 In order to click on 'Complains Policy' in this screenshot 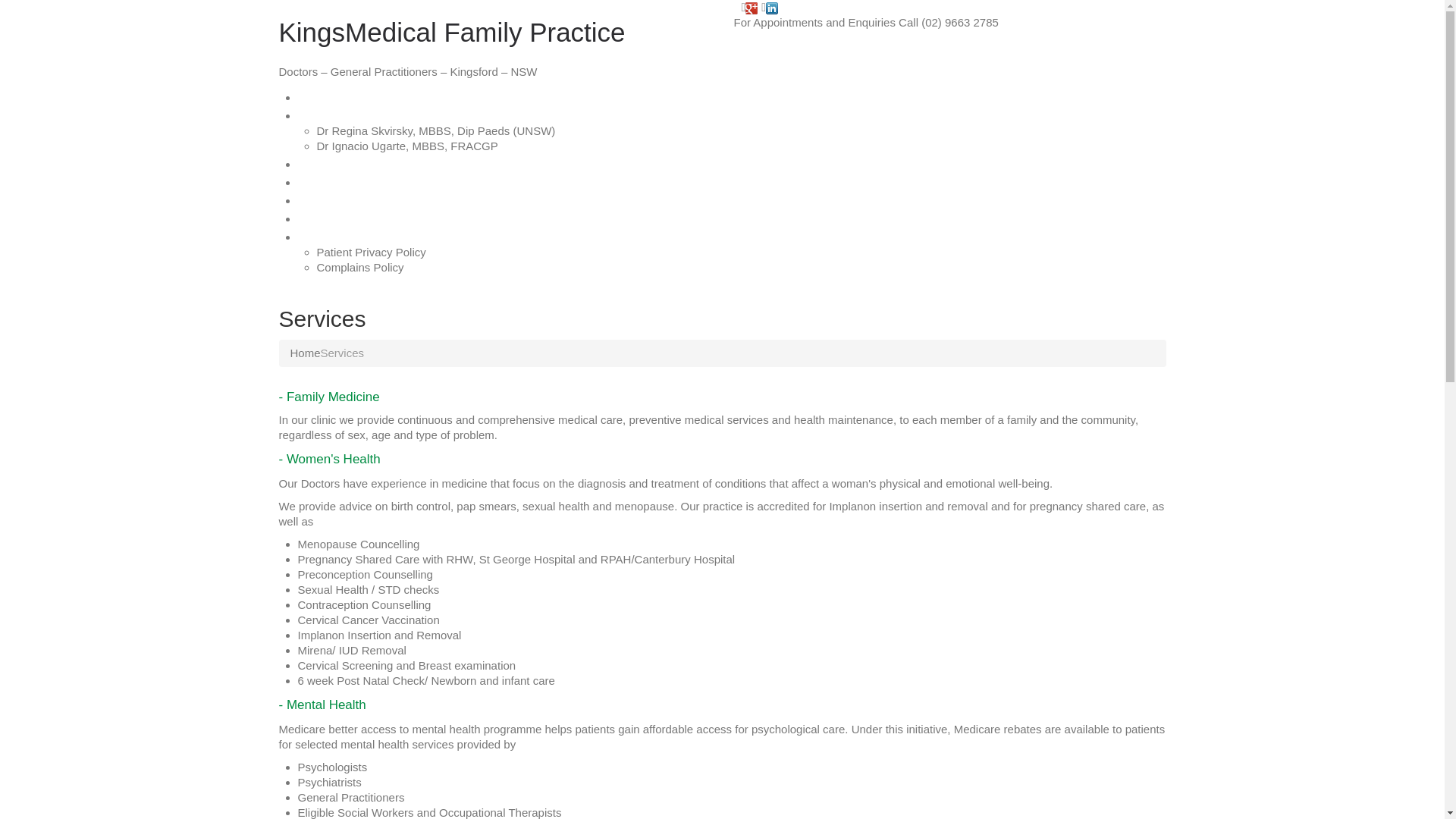, I will do `click(359, 266)`.